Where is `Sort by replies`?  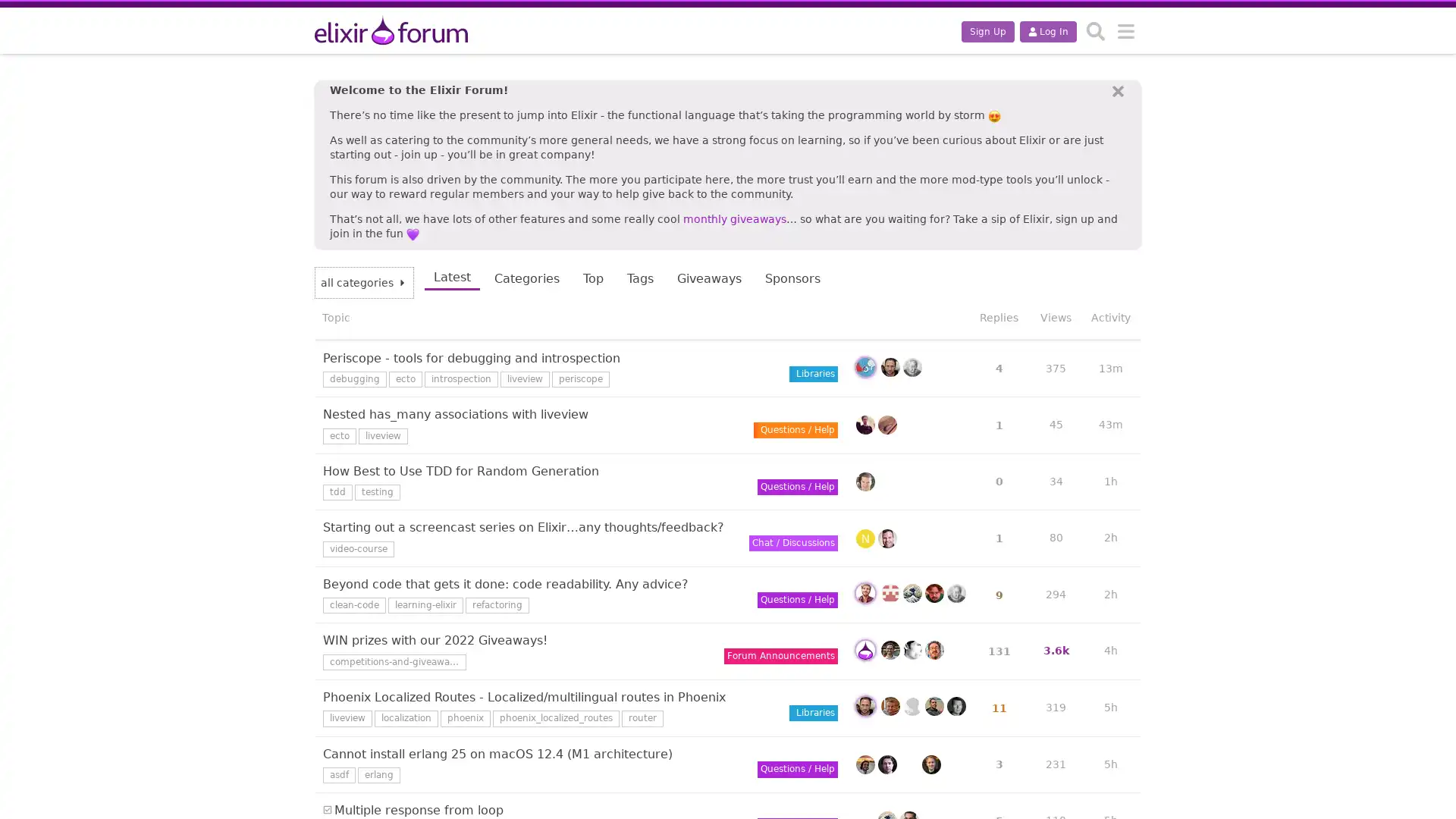 Sort by replies is located at coordinates (805, 687).